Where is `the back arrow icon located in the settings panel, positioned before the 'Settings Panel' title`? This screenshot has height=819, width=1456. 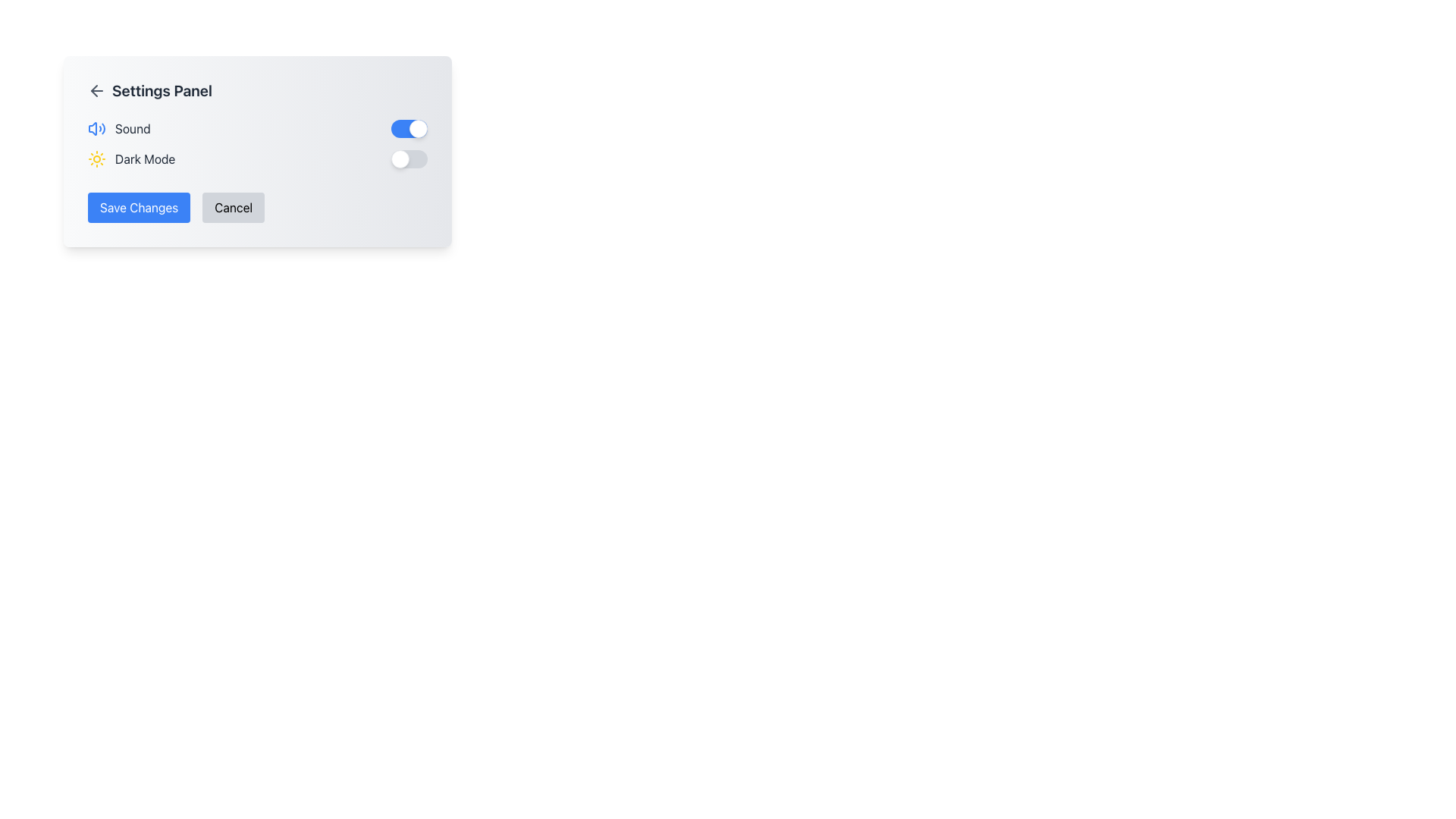
the back arrow icon located in the settings panel, positioned before the 'Settings Panel' title is located at coordinates (93, 90).